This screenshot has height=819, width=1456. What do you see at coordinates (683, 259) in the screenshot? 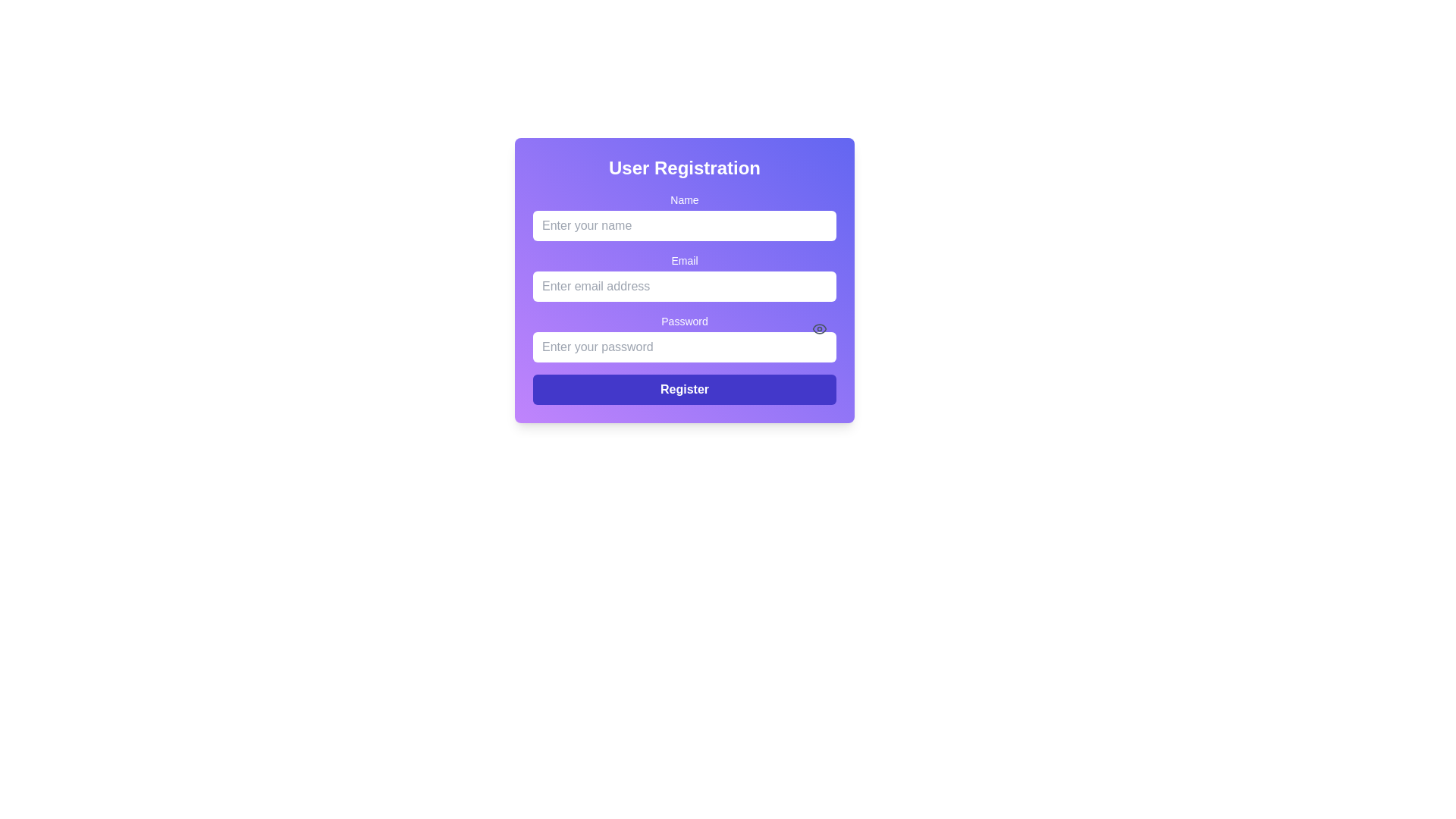
I see `the 'Email' text label styled in white against a gradient purple background, located above the email input field` at bounding box center [683, 259].